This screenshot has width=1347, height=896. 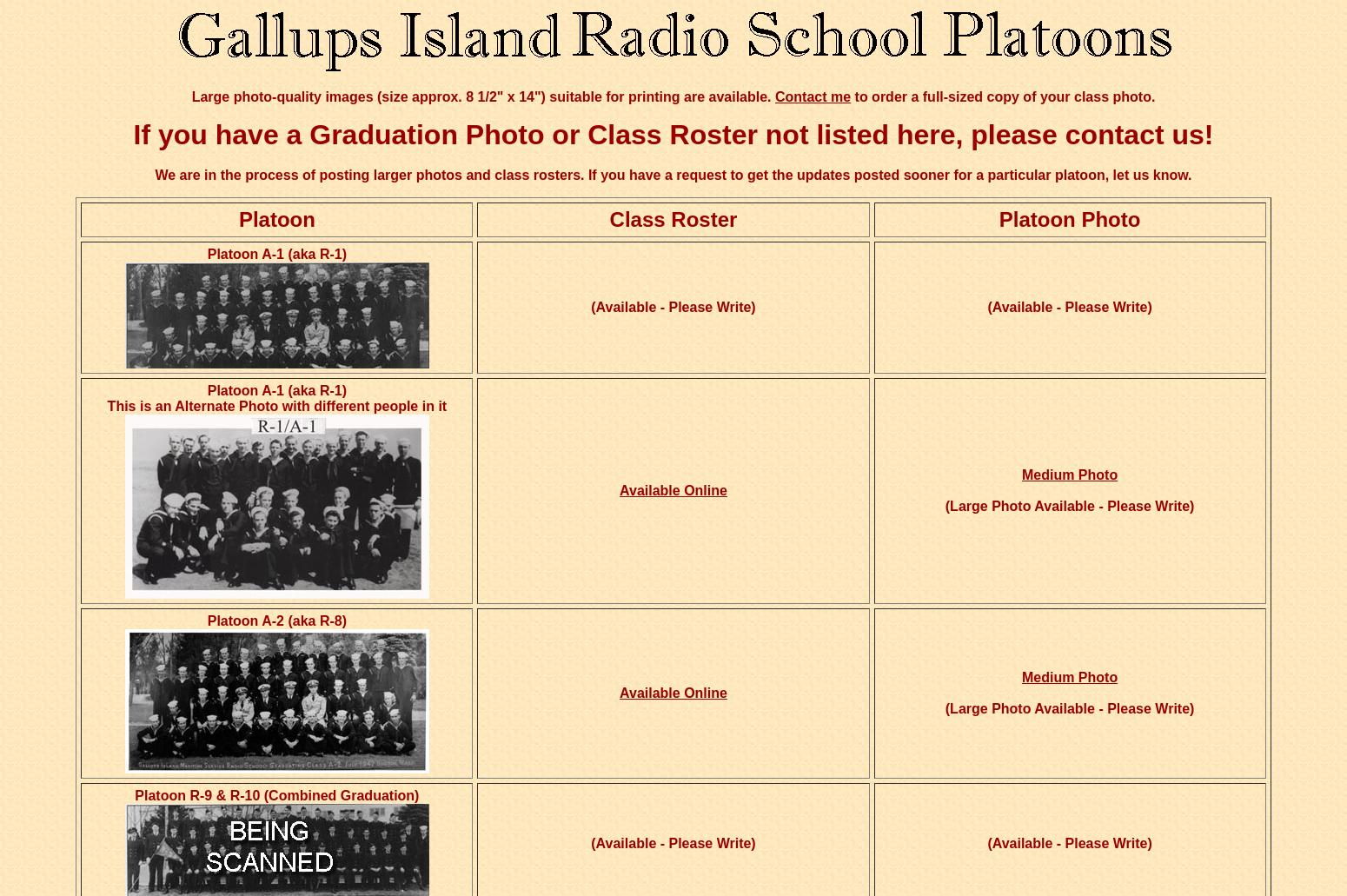 What do you see at coordinates (673, 133) in the screenshot?
I see `'If you have 

  a Graduation Photo or Class Roster not listed here, please contact us!'` at bounding box center [673, 133].